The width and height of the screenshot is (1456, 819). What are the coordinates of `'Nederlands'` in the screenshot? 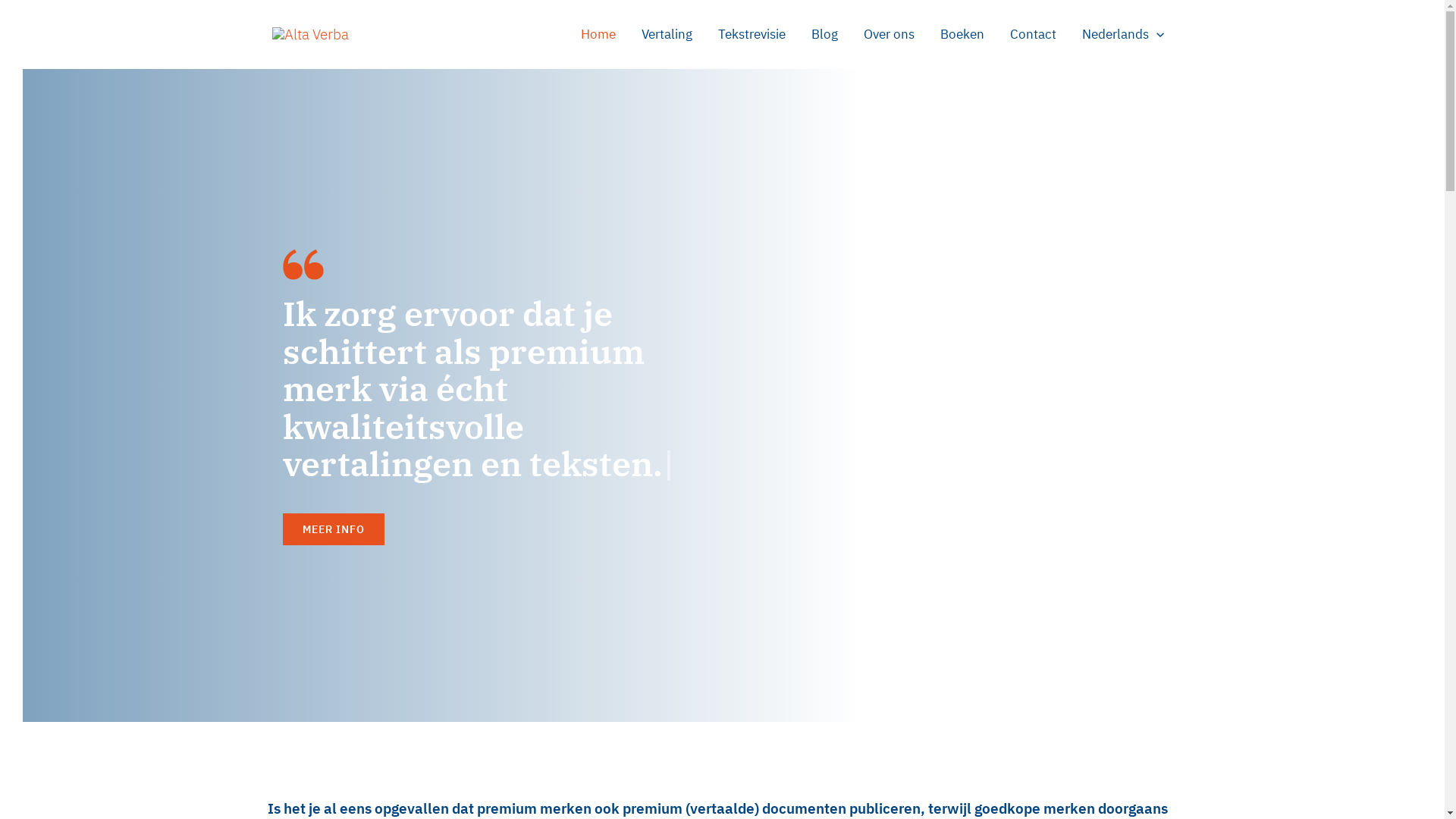 It's located at (1068, 34).